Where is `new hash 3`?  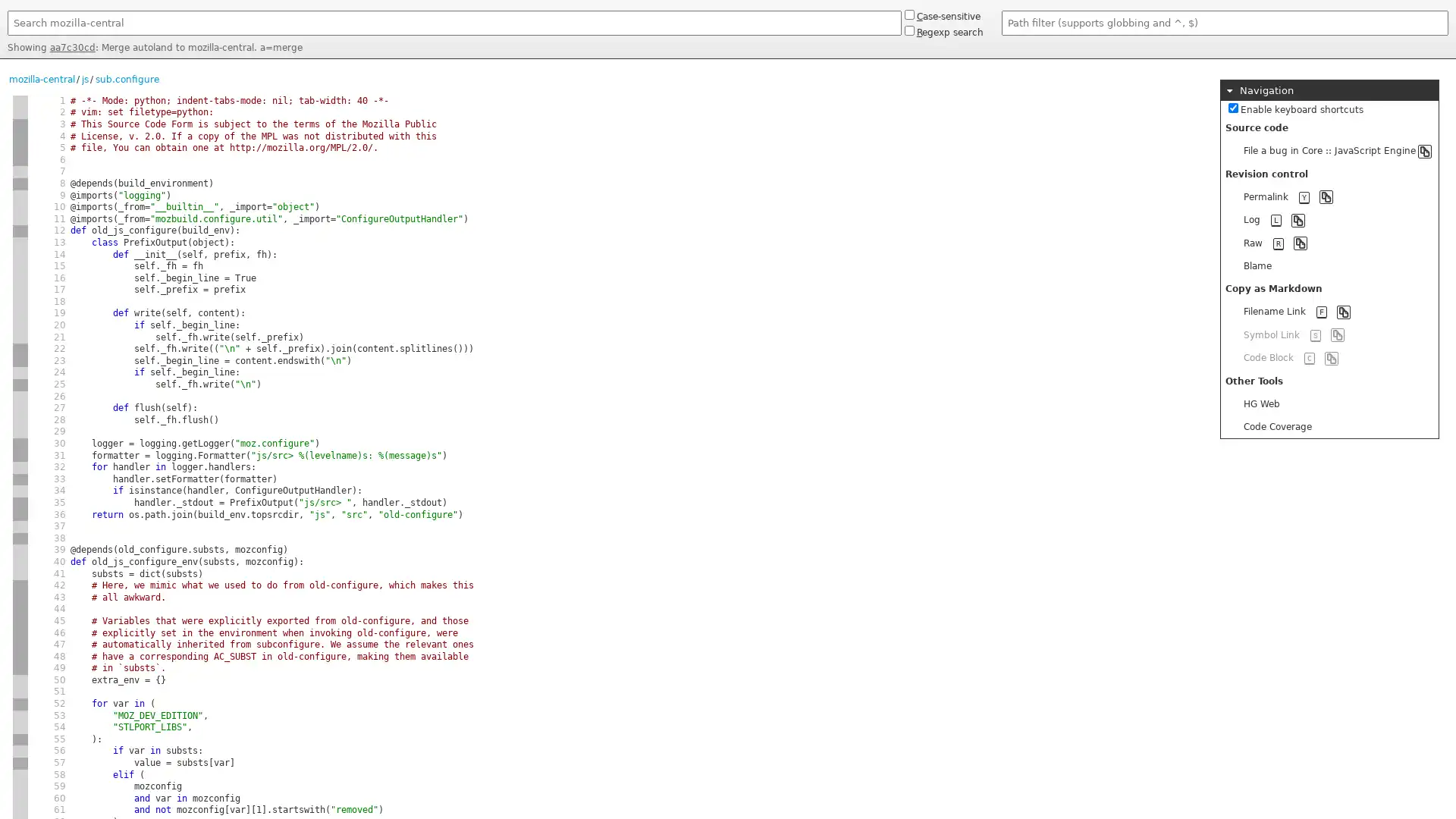
new hash 3 is located at coordinates (20, 384).